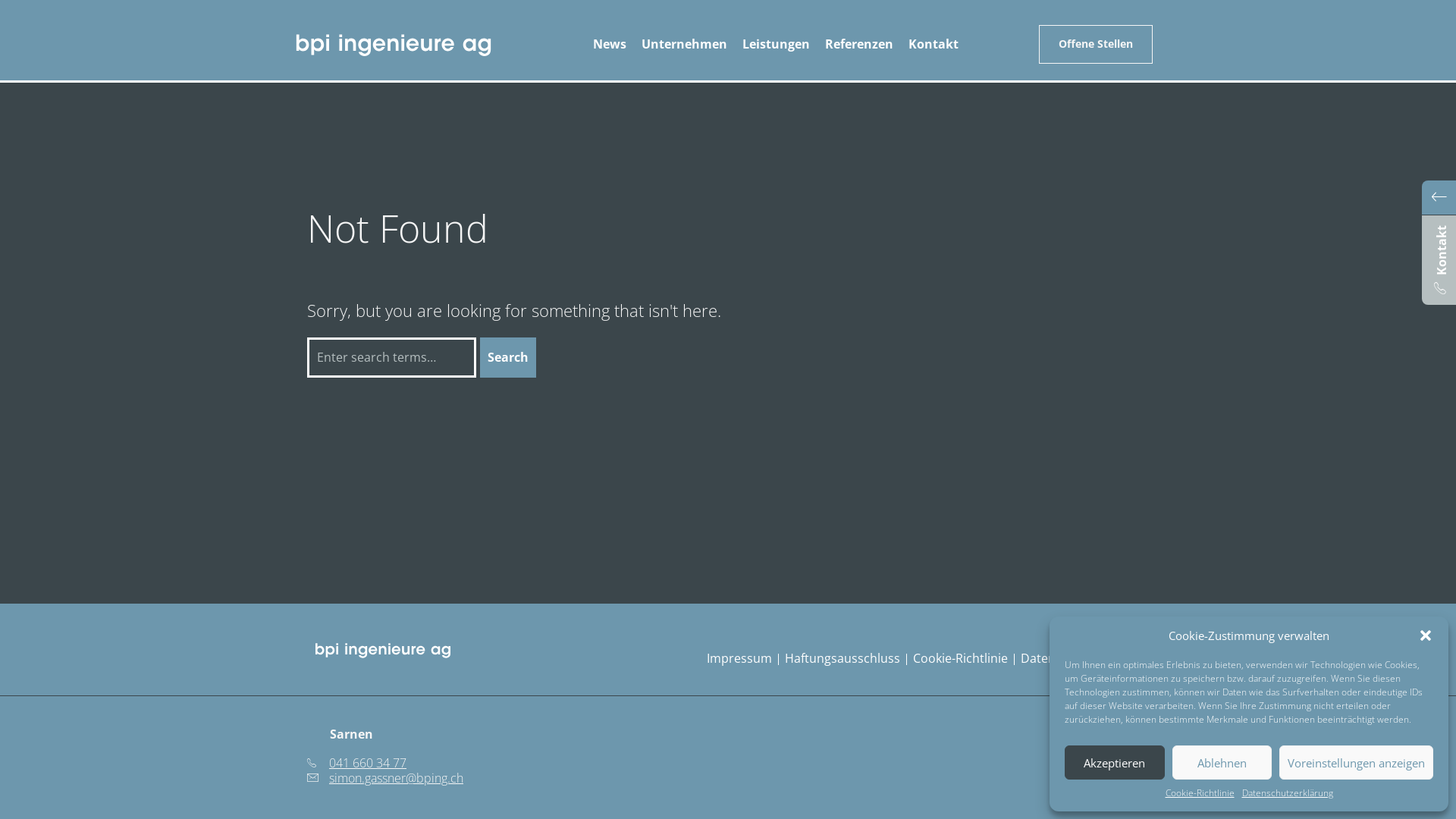 The width and height of the screenshot is (1456, 819). What do you see at coordinates (739, 657) in the screenshot?
I see `'Impressum'` at bounding box center [739, 657].